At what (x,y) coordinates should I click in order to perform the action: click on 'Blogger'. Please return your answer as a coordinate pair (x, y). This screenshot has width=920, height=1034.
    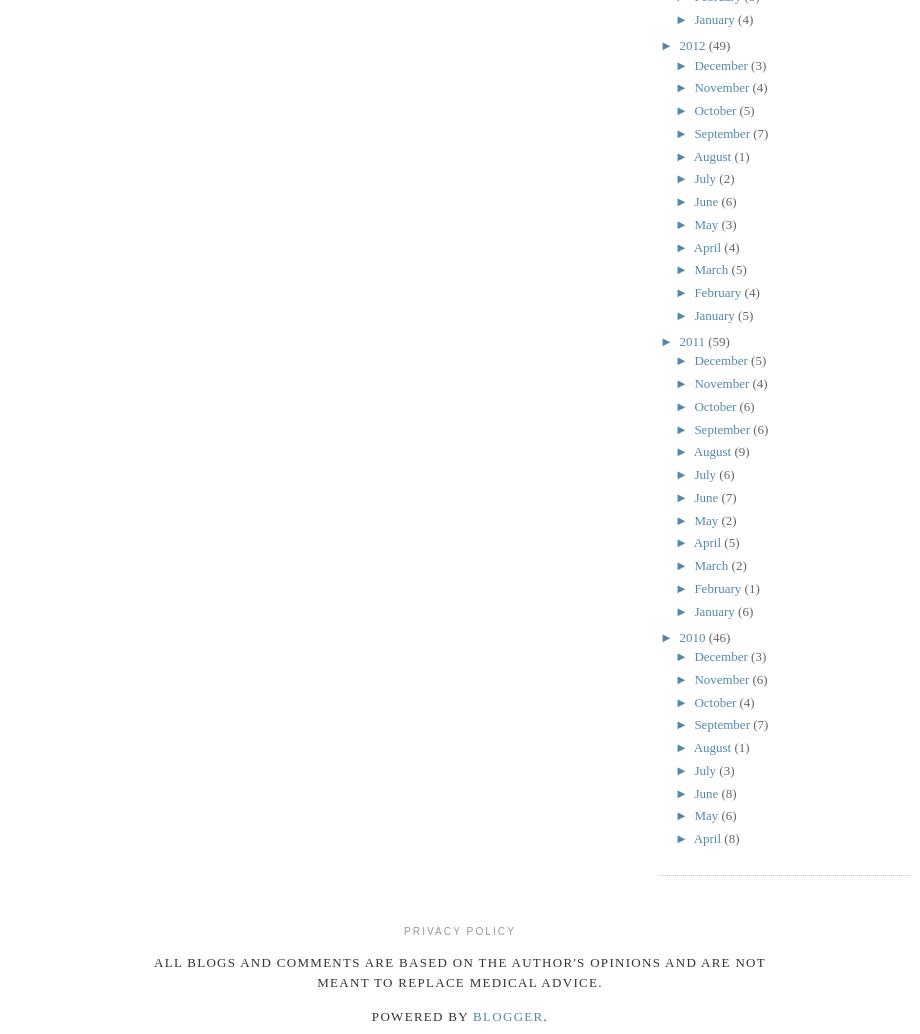
    Looking at the image, I should click on (508, 1015).